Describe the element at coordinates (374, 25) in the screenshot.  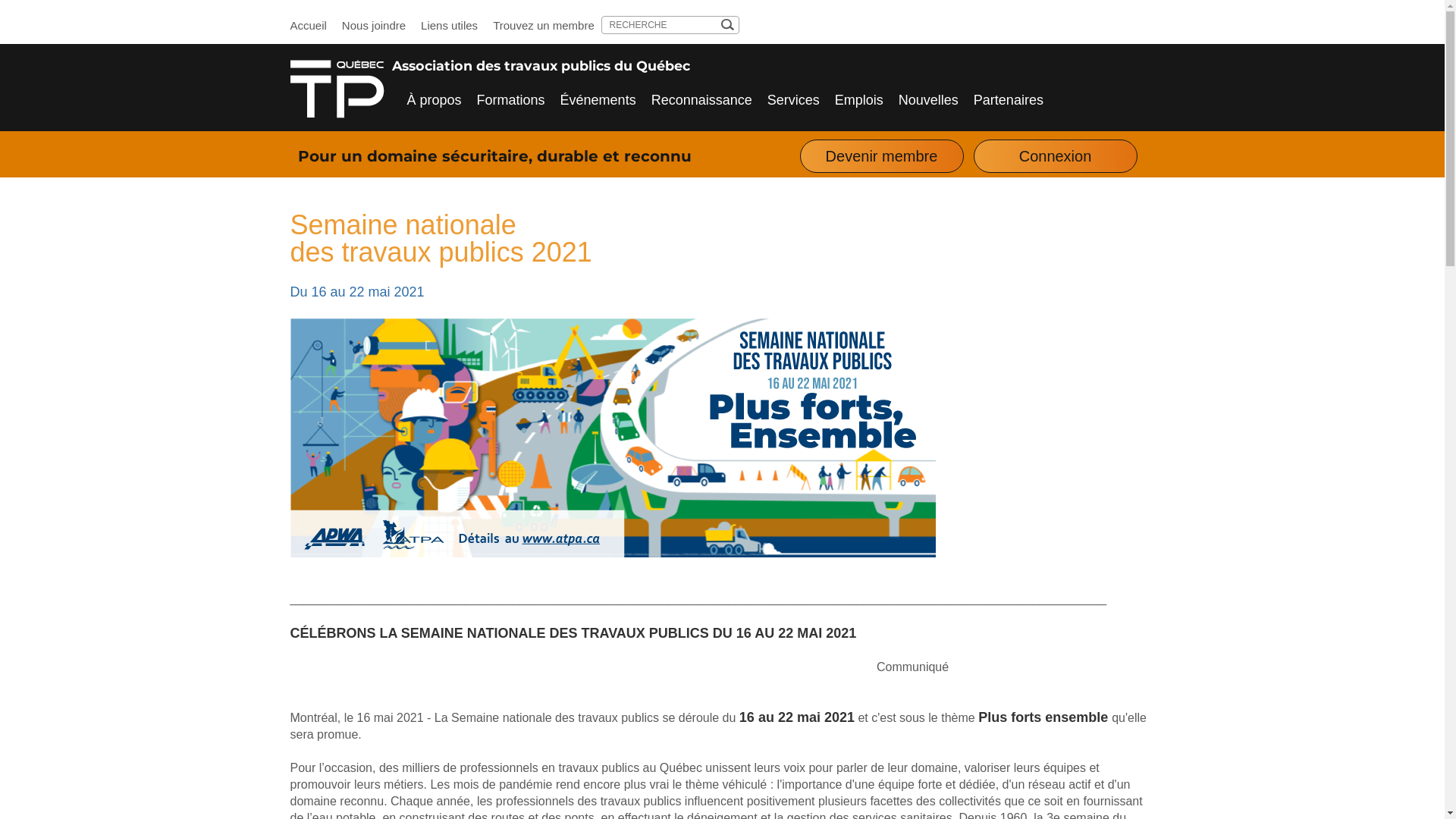
I see `'Nous joindre'` at that location.